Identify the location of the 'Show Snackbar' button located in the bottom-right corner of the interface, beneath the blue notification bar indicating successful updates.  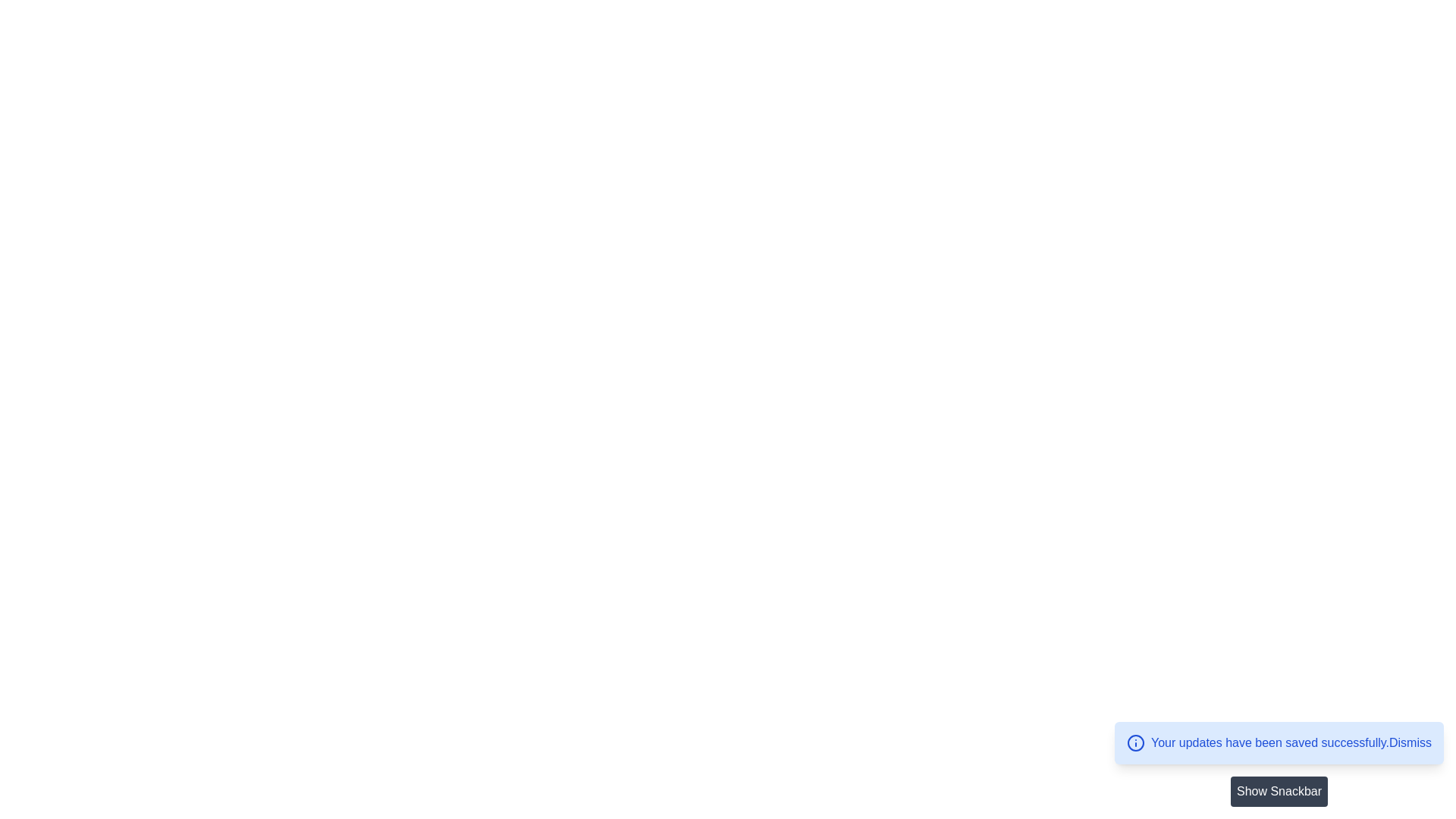
(1279, 764).